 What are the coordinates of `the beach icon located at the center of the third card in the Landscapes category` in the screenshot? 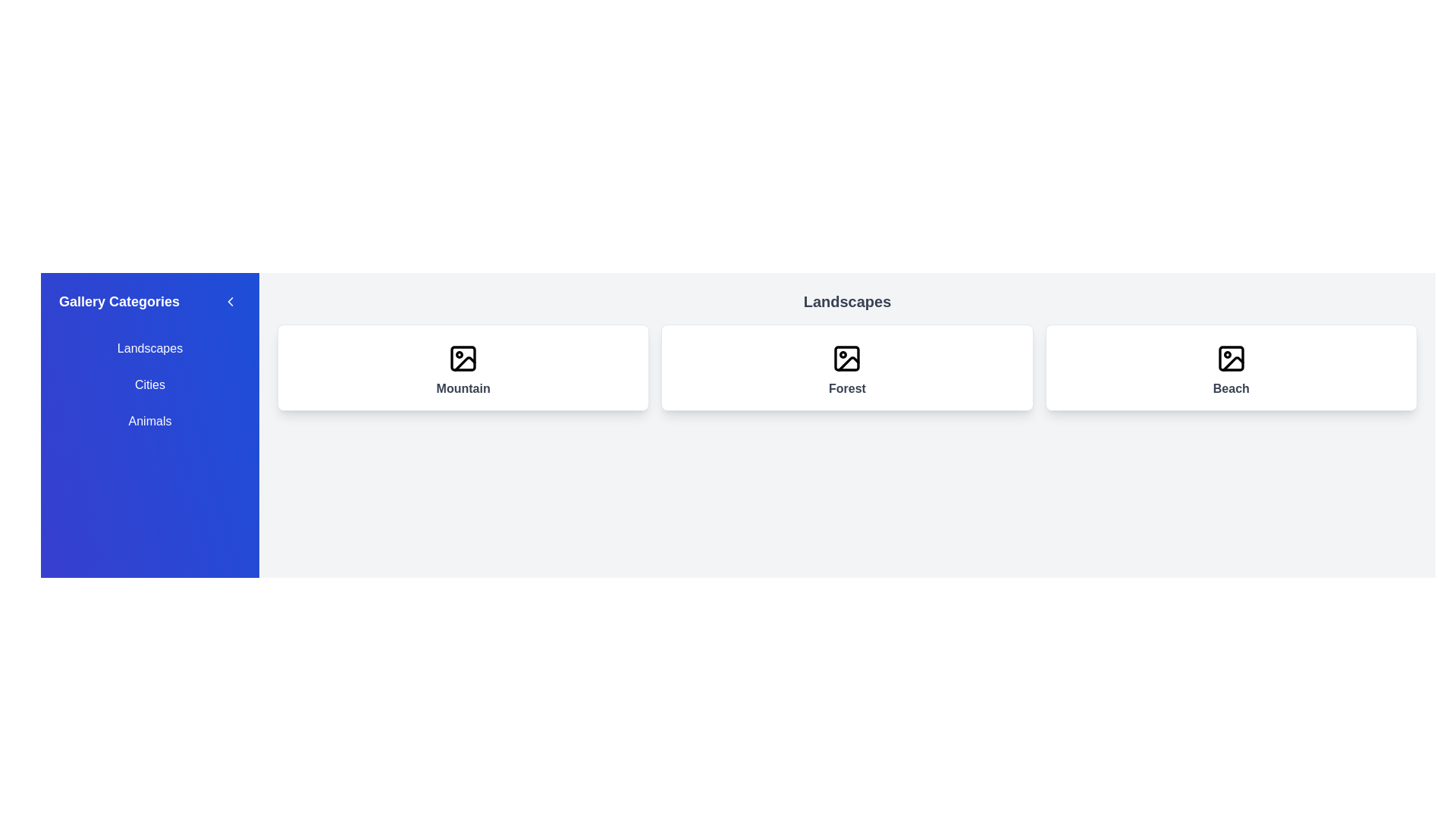 It's located at (1231, 359).